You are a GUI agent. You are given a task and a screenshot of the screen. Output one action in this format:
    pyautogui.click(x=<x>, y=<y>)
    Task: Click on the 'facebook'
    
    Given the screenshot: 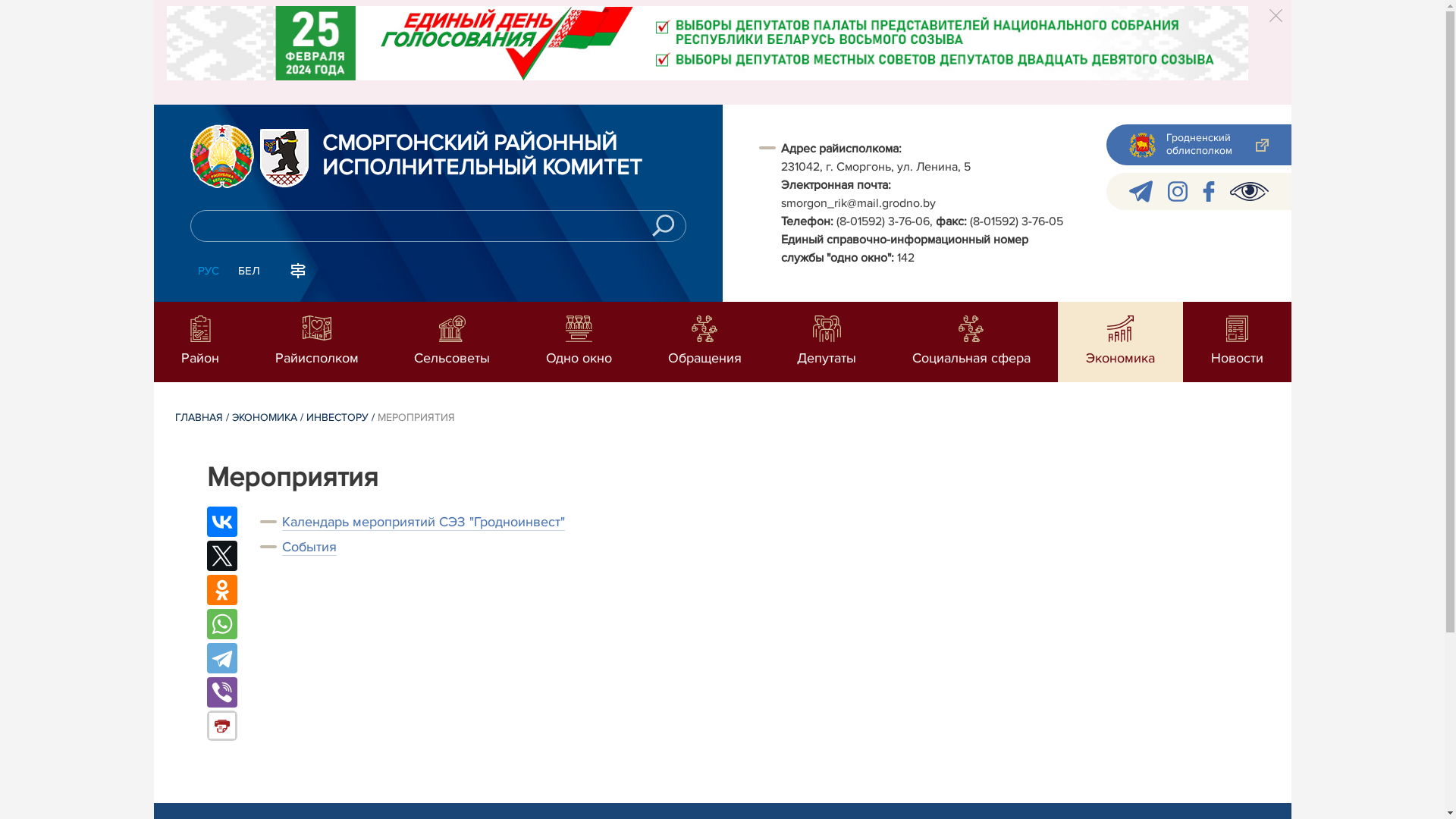 What is the action you would take?
    pyautogui.click(x=1207, y=190)
    